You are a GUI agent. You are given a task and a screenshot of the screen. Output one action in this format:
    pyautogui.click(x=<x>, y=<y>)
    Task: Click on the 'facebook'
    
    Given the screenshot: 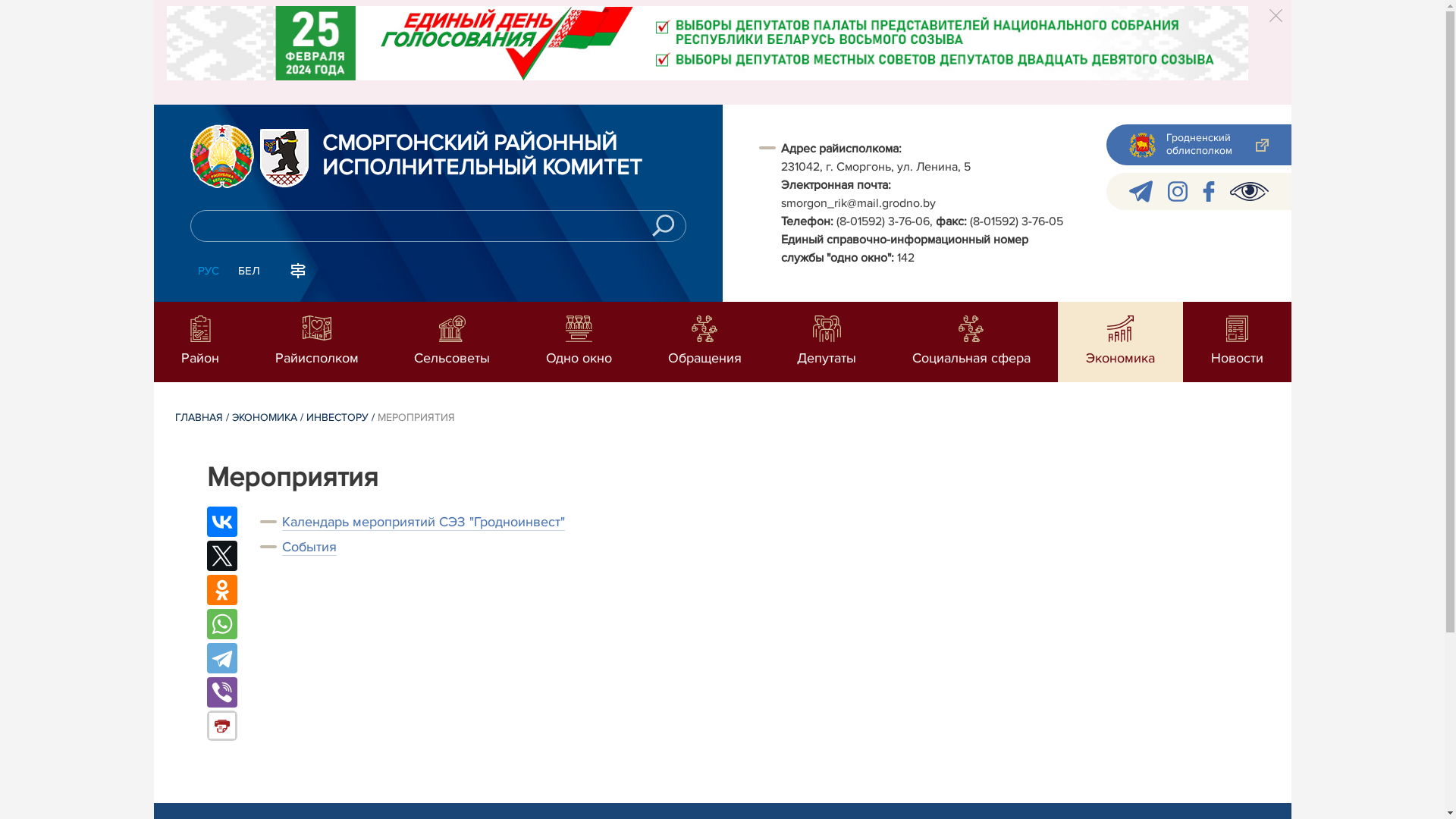 What is the action you would take?
    pyautogui.click(x=1207, y=190)
    